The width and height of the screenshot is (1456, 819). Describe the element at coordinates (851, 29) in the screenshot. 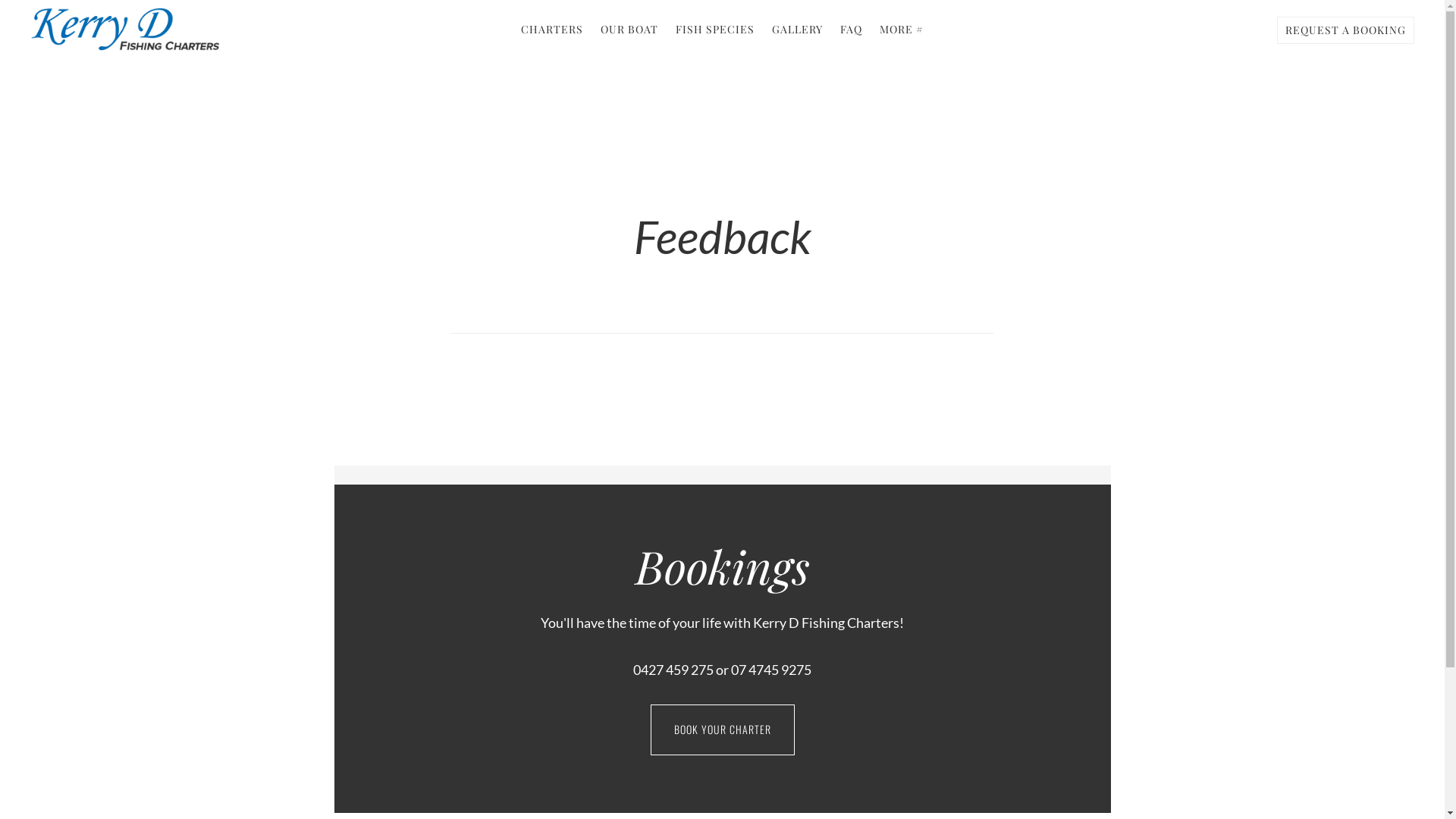

I see `'FAQ'` at that location.